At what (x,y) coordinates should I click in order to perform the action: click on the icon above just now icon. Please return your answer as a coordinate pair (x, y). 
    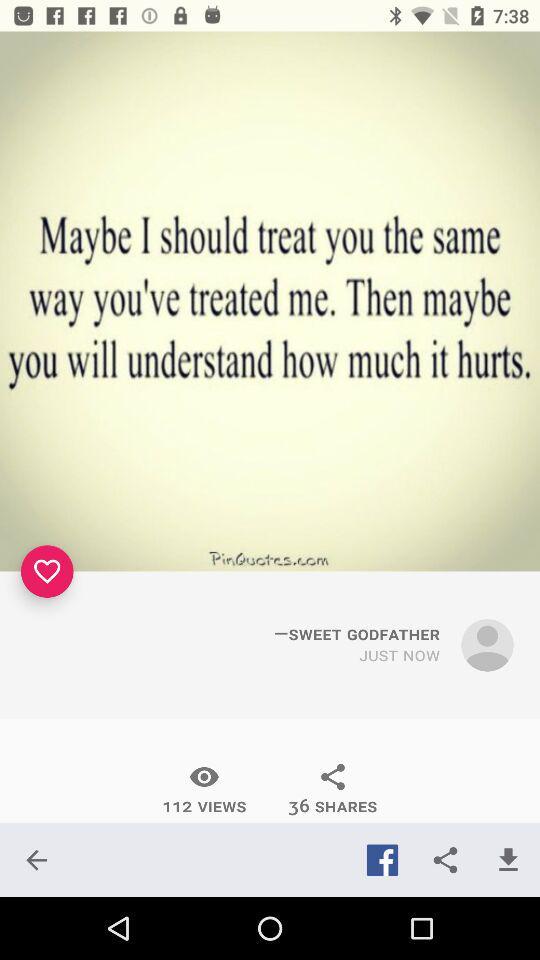
    Looking at the image, I should click on (356, 628).